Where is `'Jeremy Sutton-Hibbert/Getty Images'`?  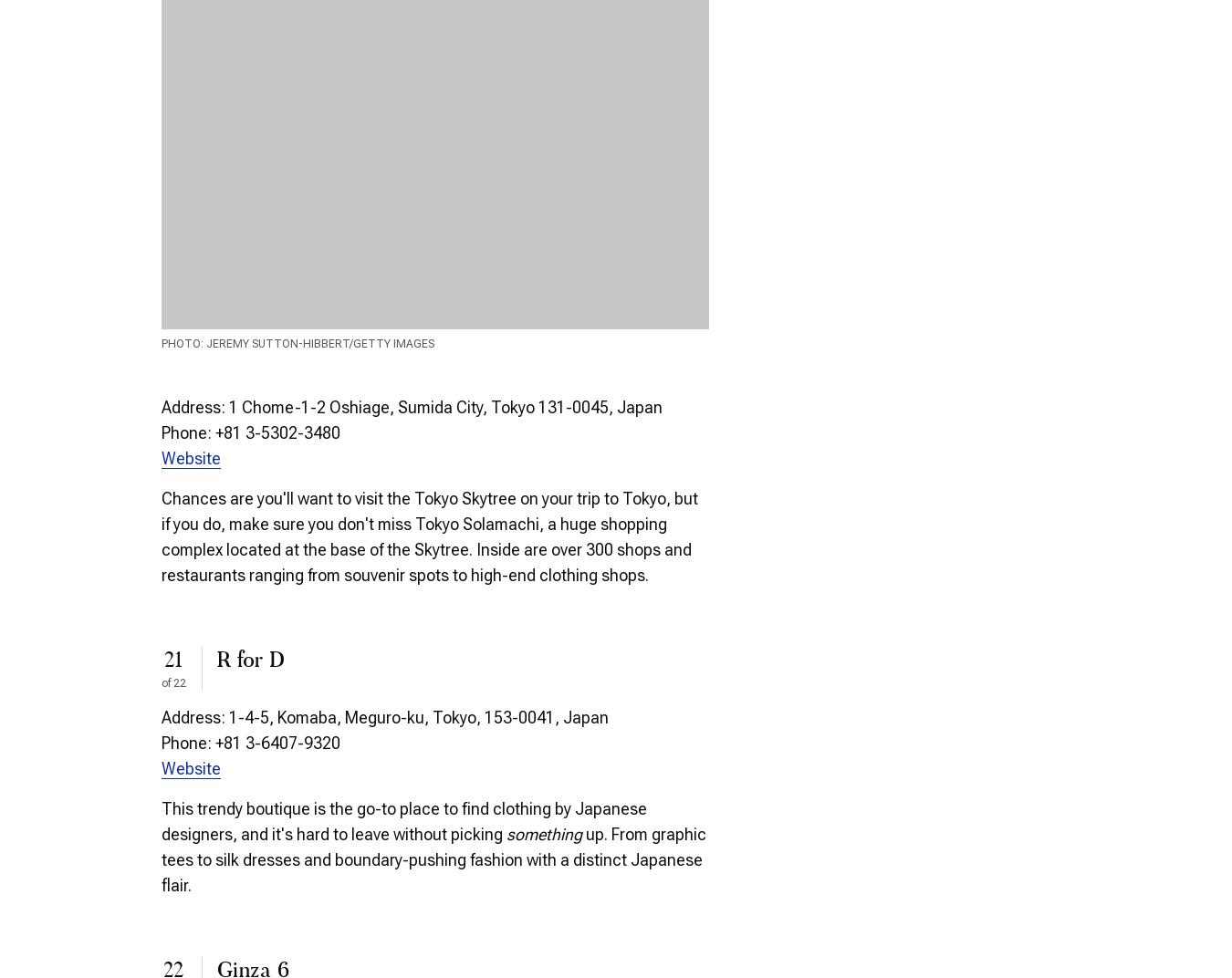
'Jeremy Sutton-Hibbert/Getty Images' is located at coordinates (205, 344).